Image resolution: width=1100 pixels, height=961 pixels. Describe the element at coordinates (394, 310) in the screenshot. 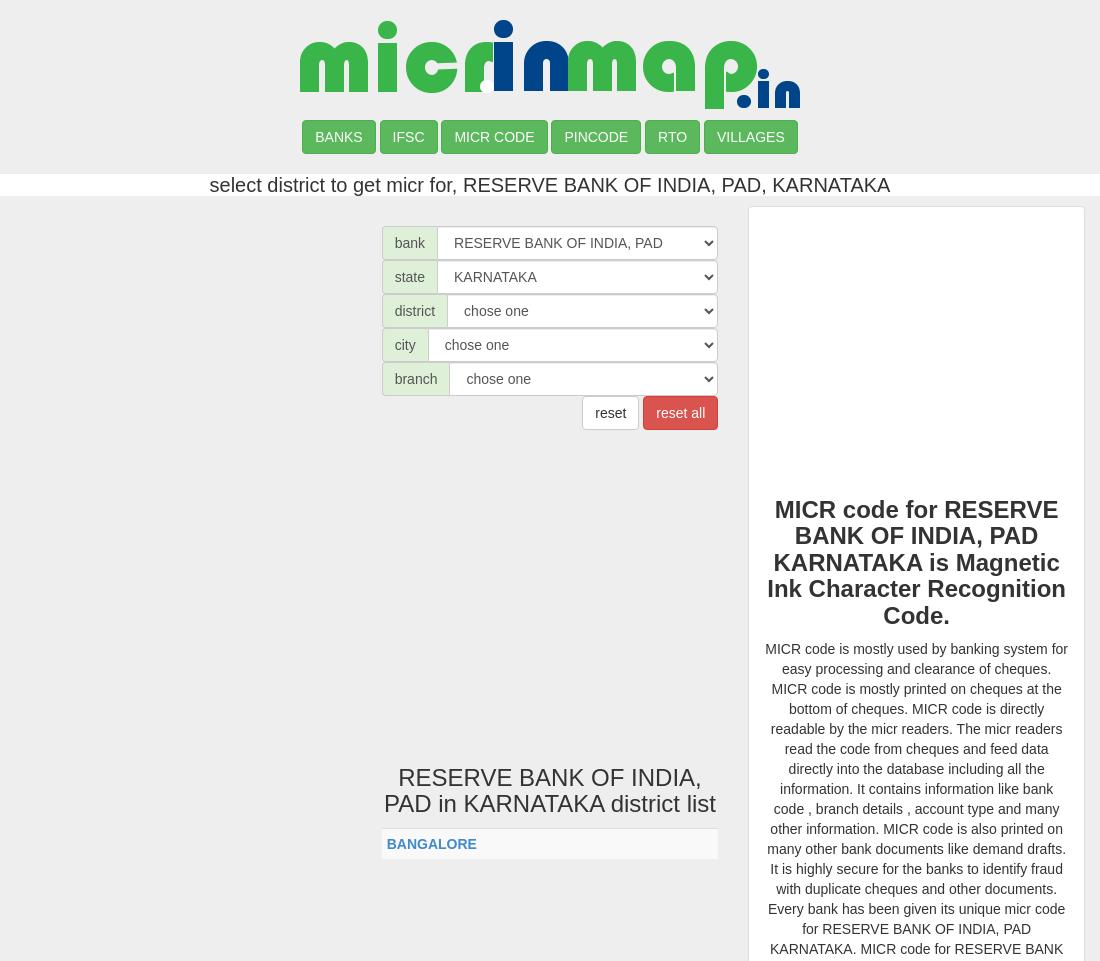

I see `'district'` at that location.